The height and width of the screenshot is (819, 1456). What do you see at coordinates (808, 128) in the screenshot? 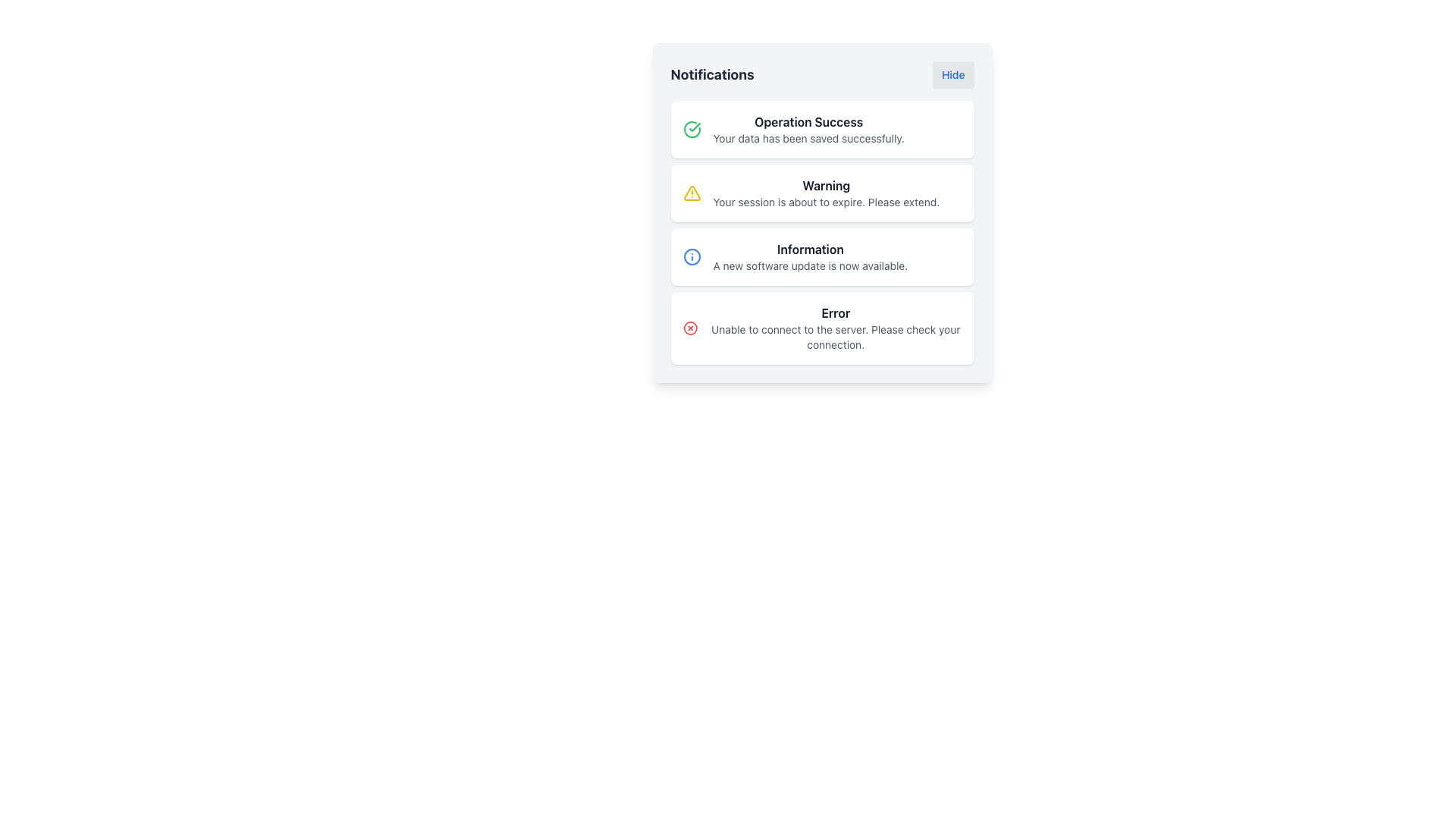
I see `contents of the success message displayed in the Text Display (Notification Message) located at the top of the notification list beneath the green check icon` at bounding box center [808, 128].